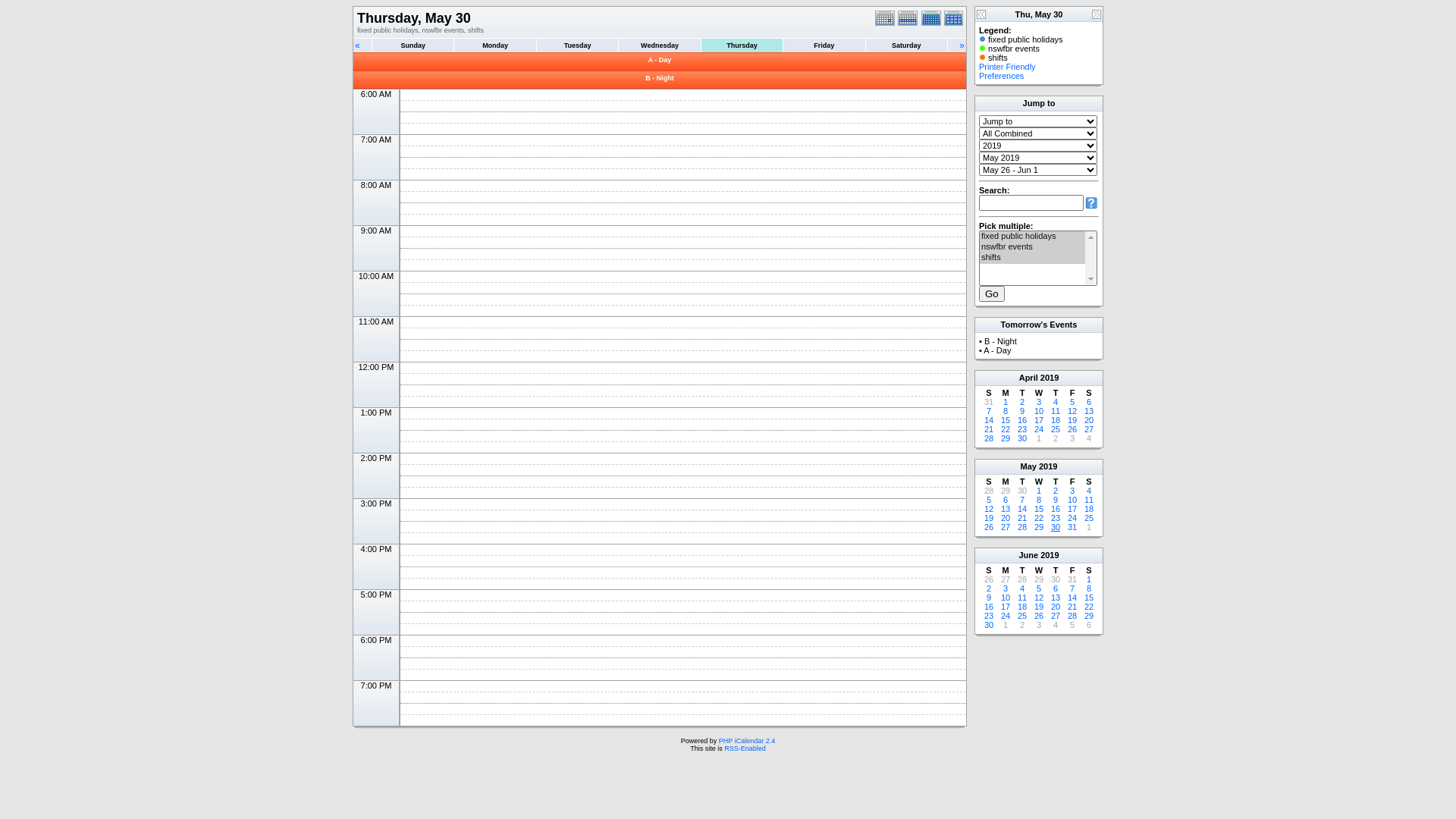  What do you see at coordinates (494, 45) in the screenshot?
I see `'Monday'` at bounding box center [494, 45].